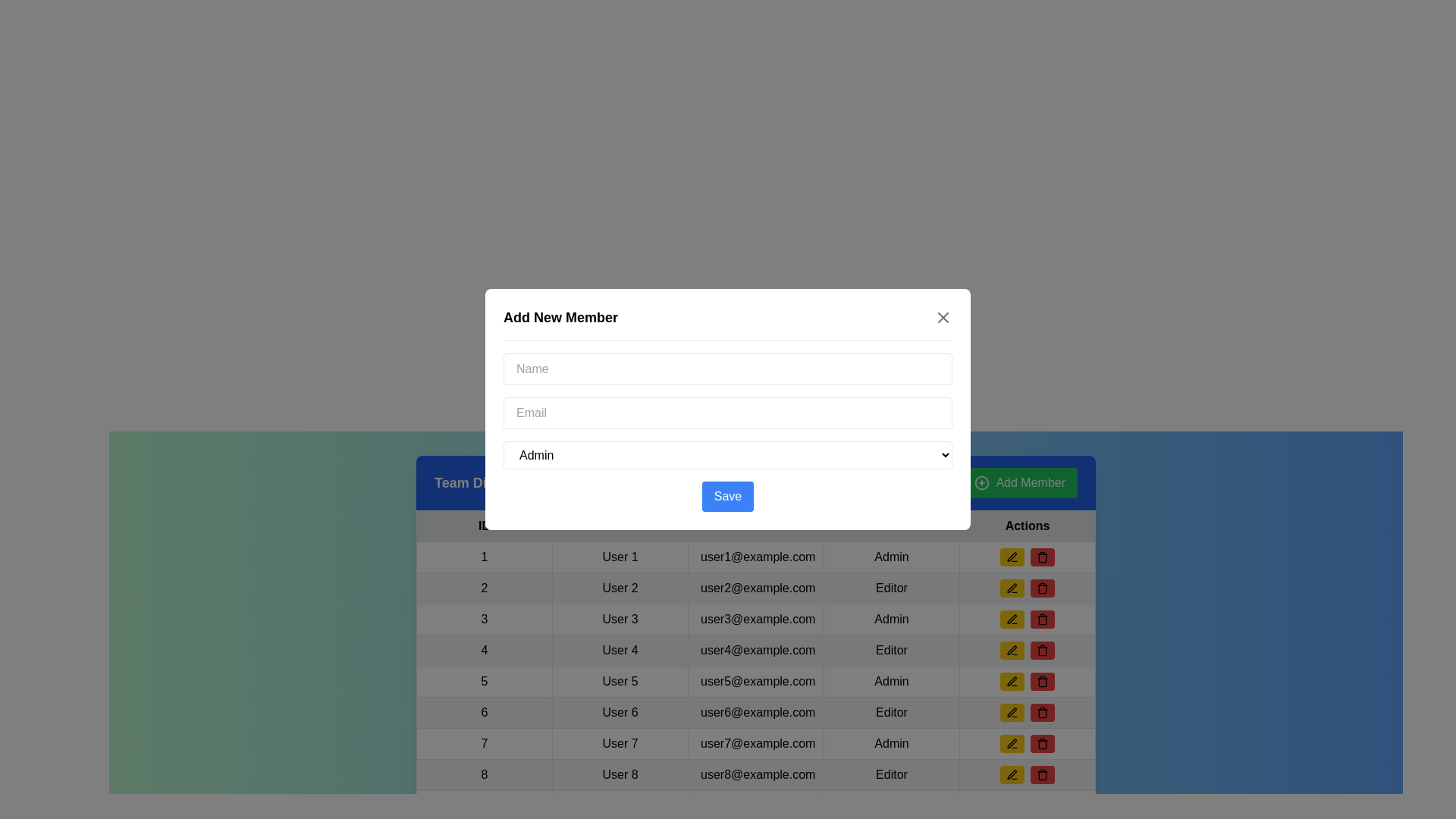 This screenshot has width=1456, height=819. What do you see at coordinates (1012, 557) in the screenshot?
I see `the square button with a yellow background and a black pen icon in the center, located in the Actions column as the first item to initiate edit mode` at bounding box center [1012, 557].